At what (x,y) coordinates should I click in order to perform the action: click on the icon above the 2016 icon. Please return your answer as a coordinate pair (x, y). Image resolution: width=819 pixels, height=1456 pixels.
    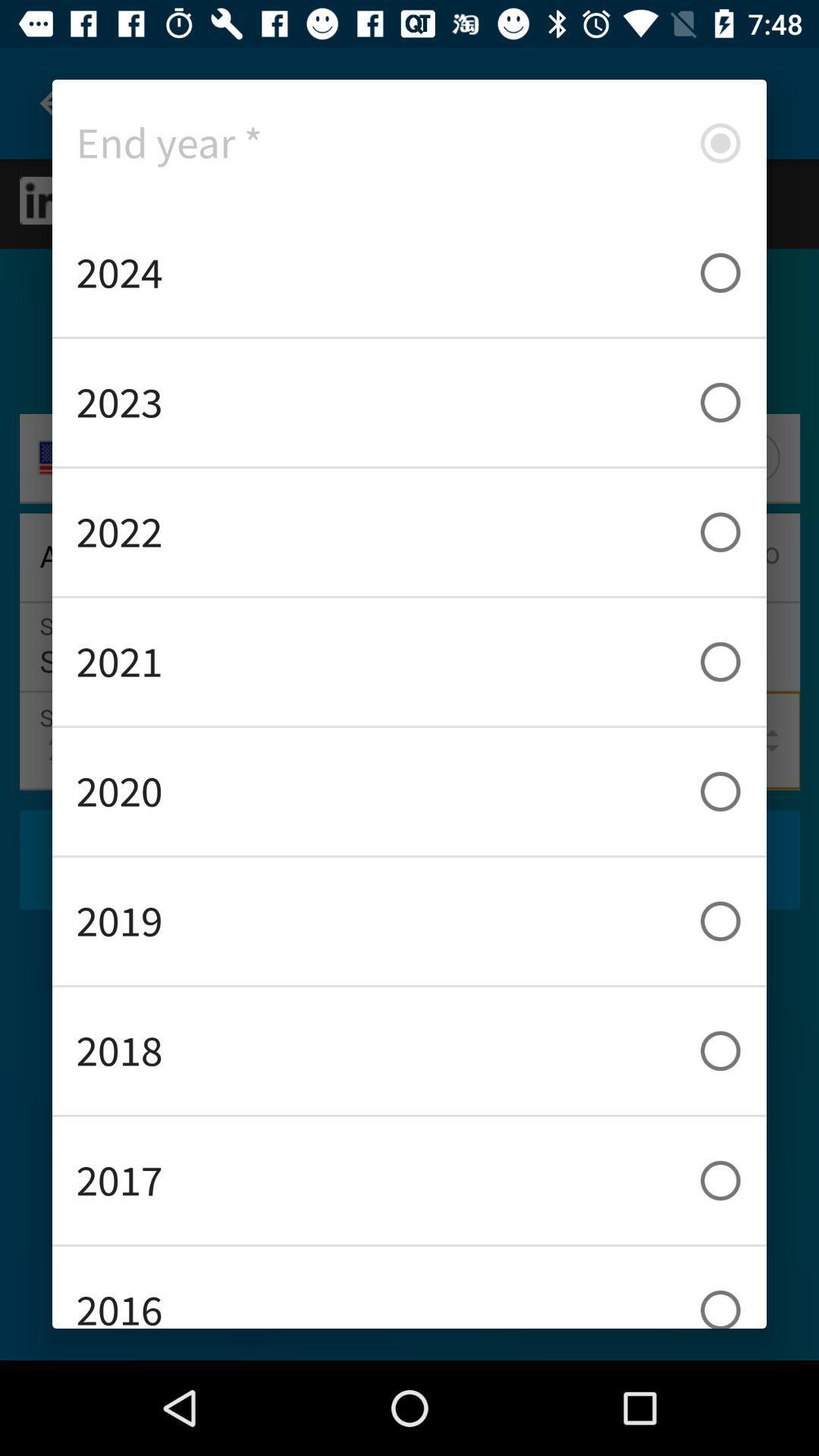
    Looking at the image, I should click on (409, 1179).